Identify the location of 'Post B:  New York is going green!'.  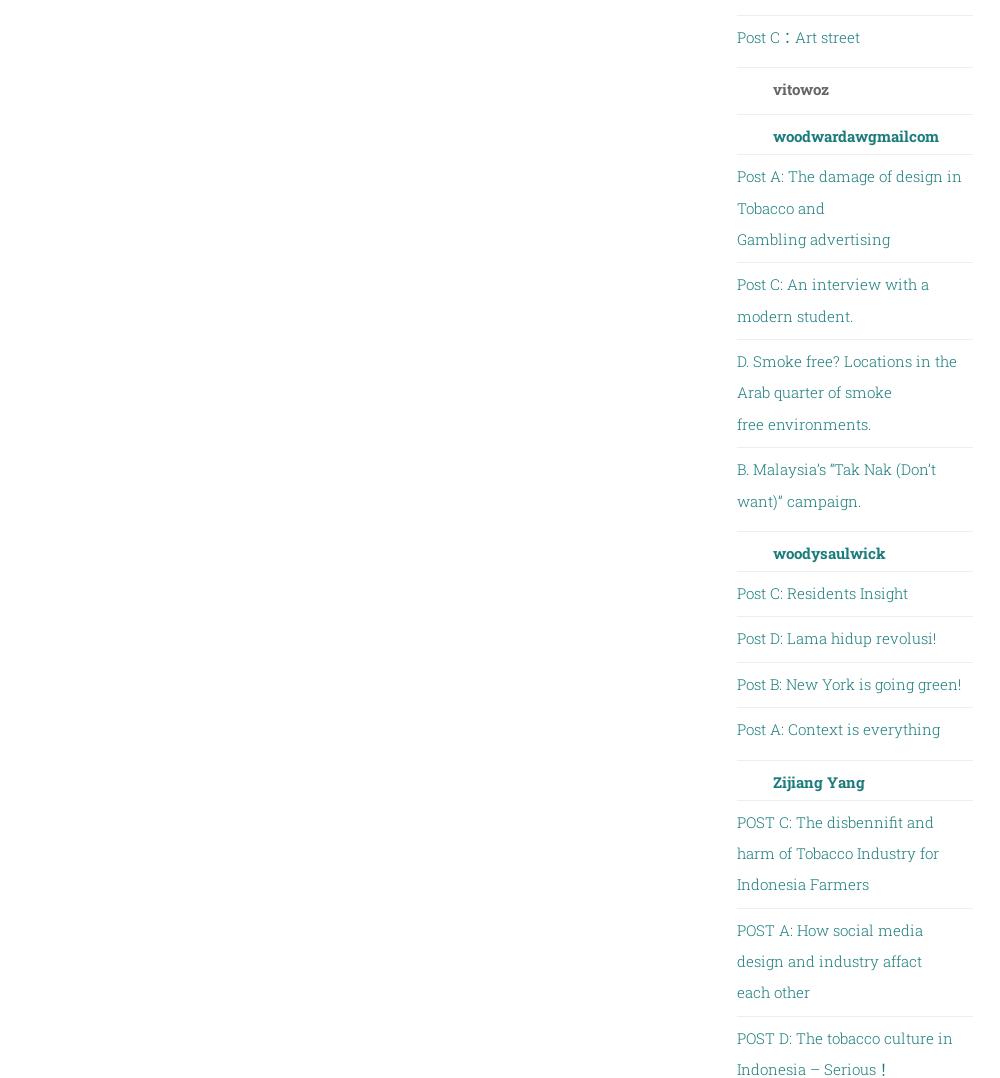
(847, 683).